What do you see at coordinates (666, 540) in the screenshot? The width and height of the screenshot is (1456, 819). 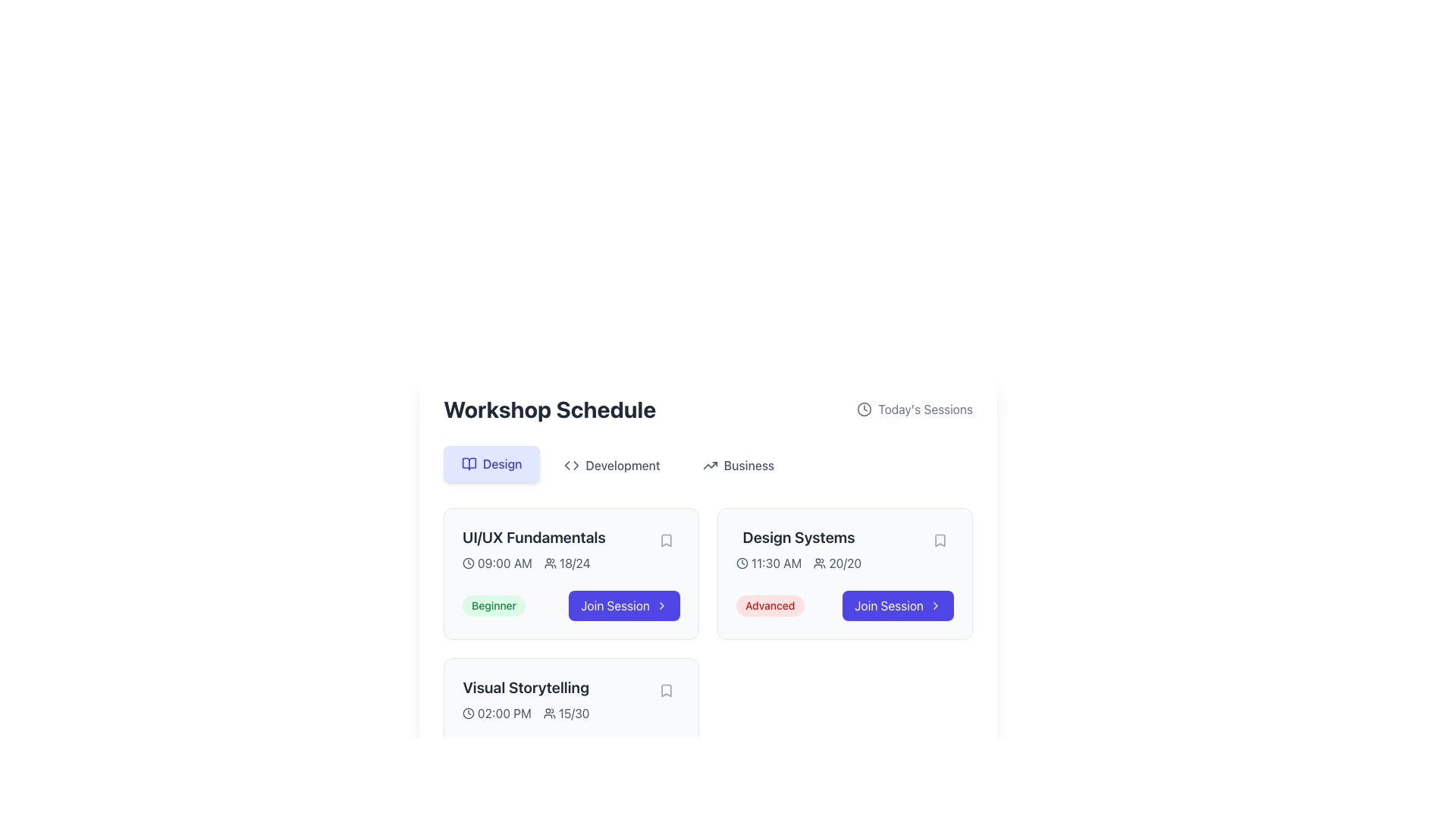 I see `the bookmark icon located at the top-right corner of the 'UI/UX Fundamentals' workshop card` at bounding box center [666, 540].